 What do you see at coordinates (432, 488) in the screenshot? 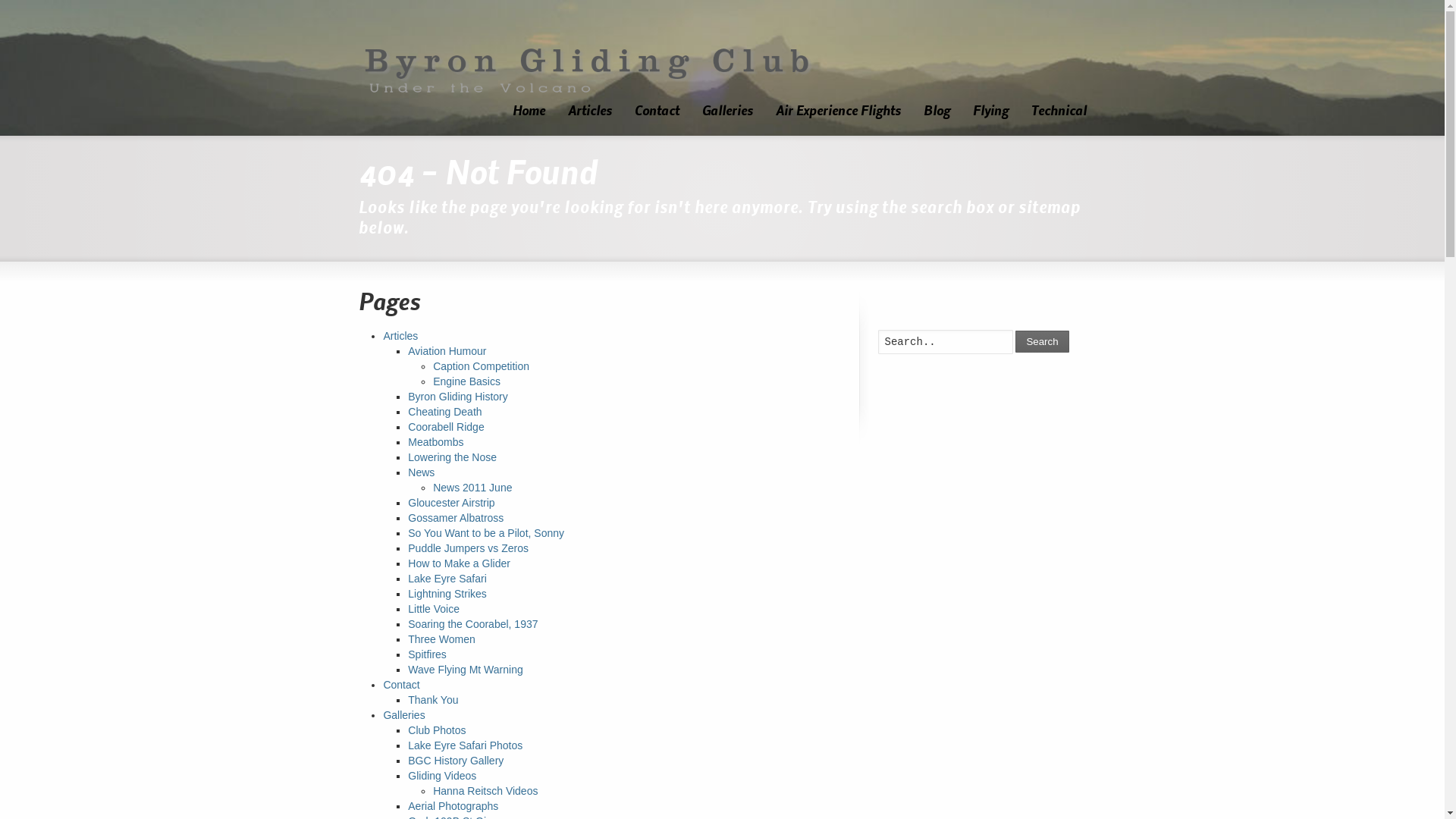
I see `'News 2011 June'` at bounding box center [432, 488].